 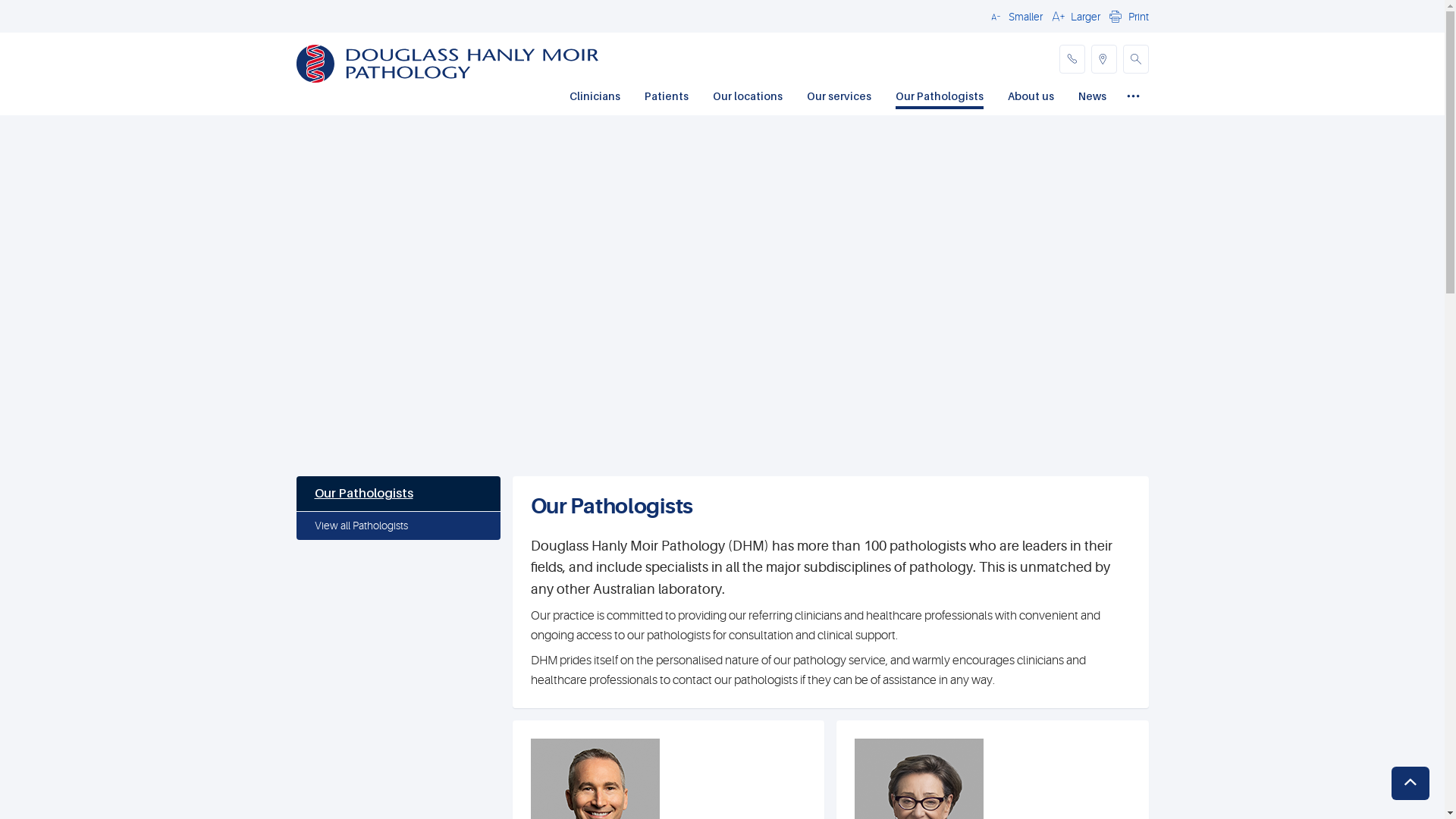 What do you see at coordinates (838, 97) in the screenshot?
I see `'Our services'` at bounding box center [838, 97].